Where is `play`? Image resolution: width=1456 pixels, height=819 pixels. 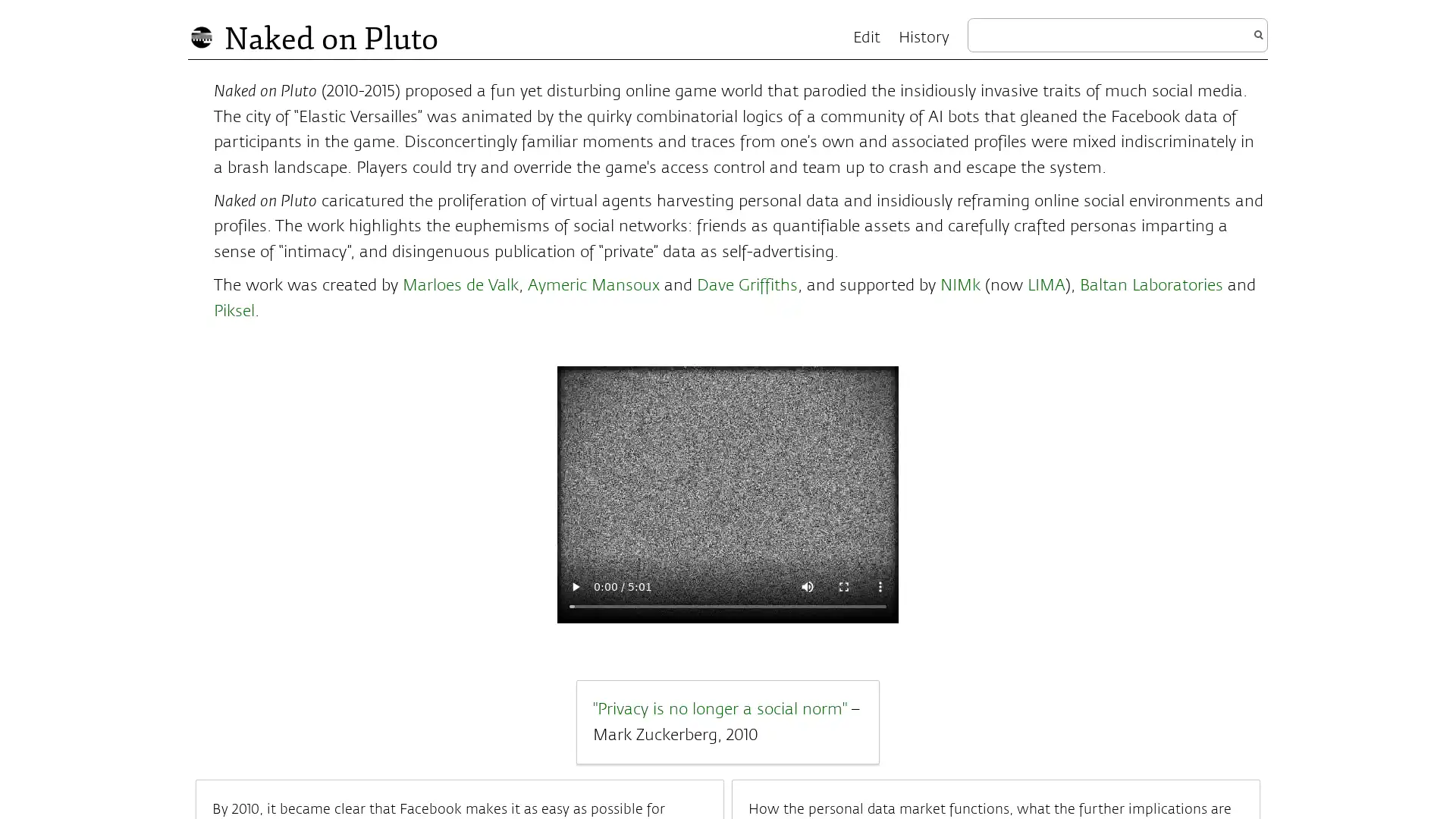
play is located at coordinates (574, 585).